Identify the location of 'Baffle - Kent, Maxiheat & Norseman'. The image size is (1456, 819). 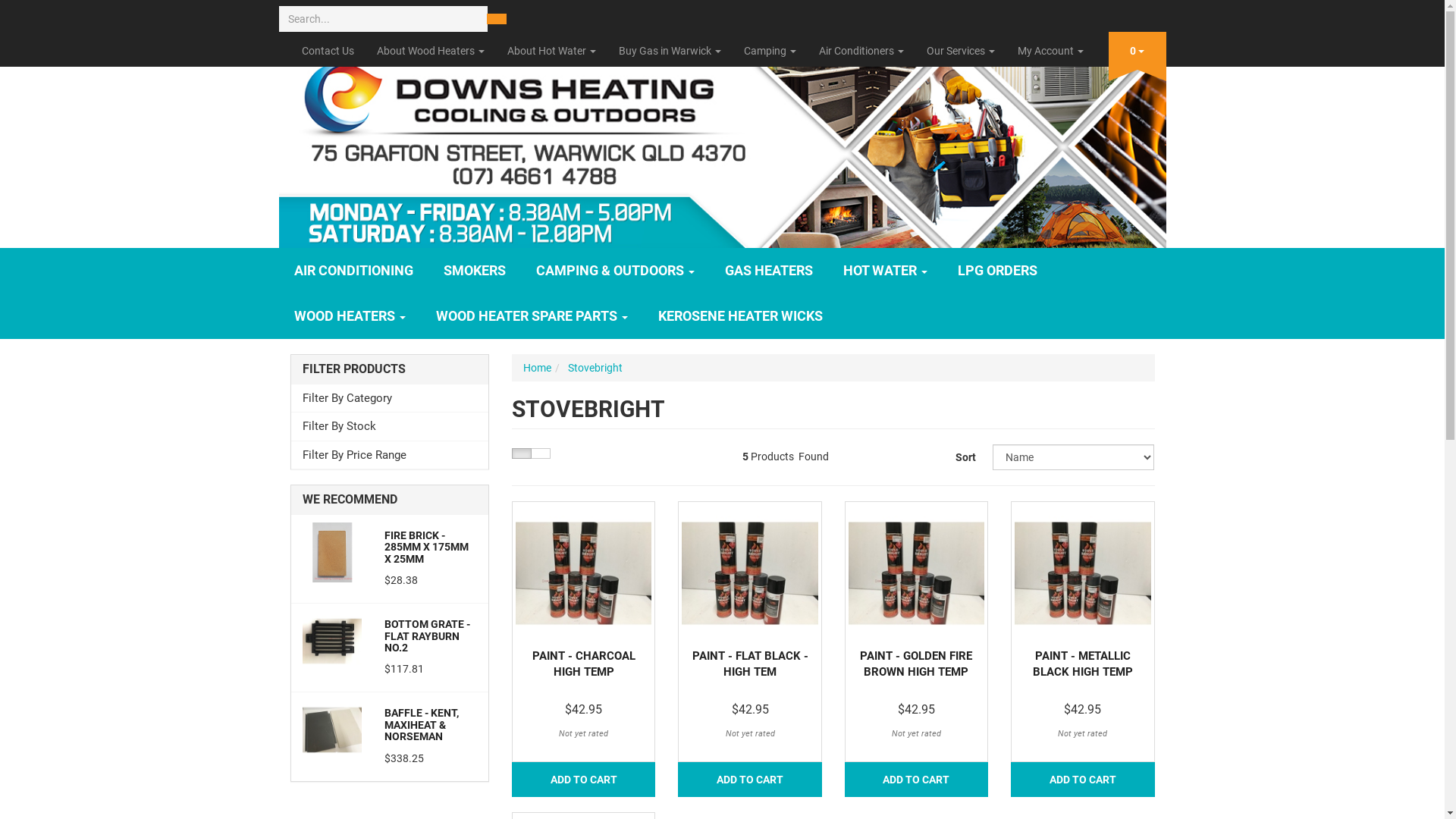
(302, 727).